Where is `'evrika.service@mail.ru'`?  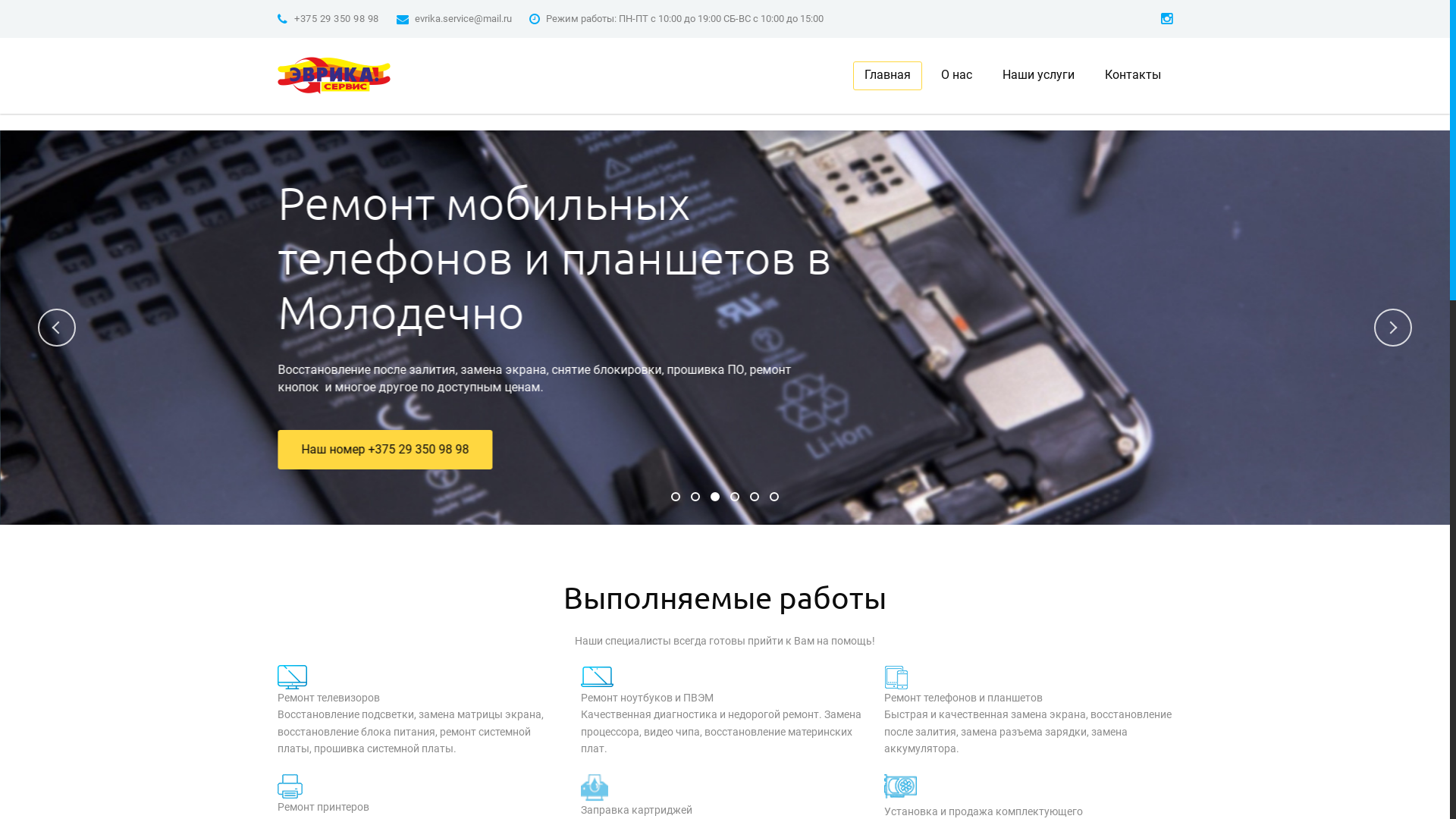
'evrika.service@mail.ru' is located at coordinates (462, 18).